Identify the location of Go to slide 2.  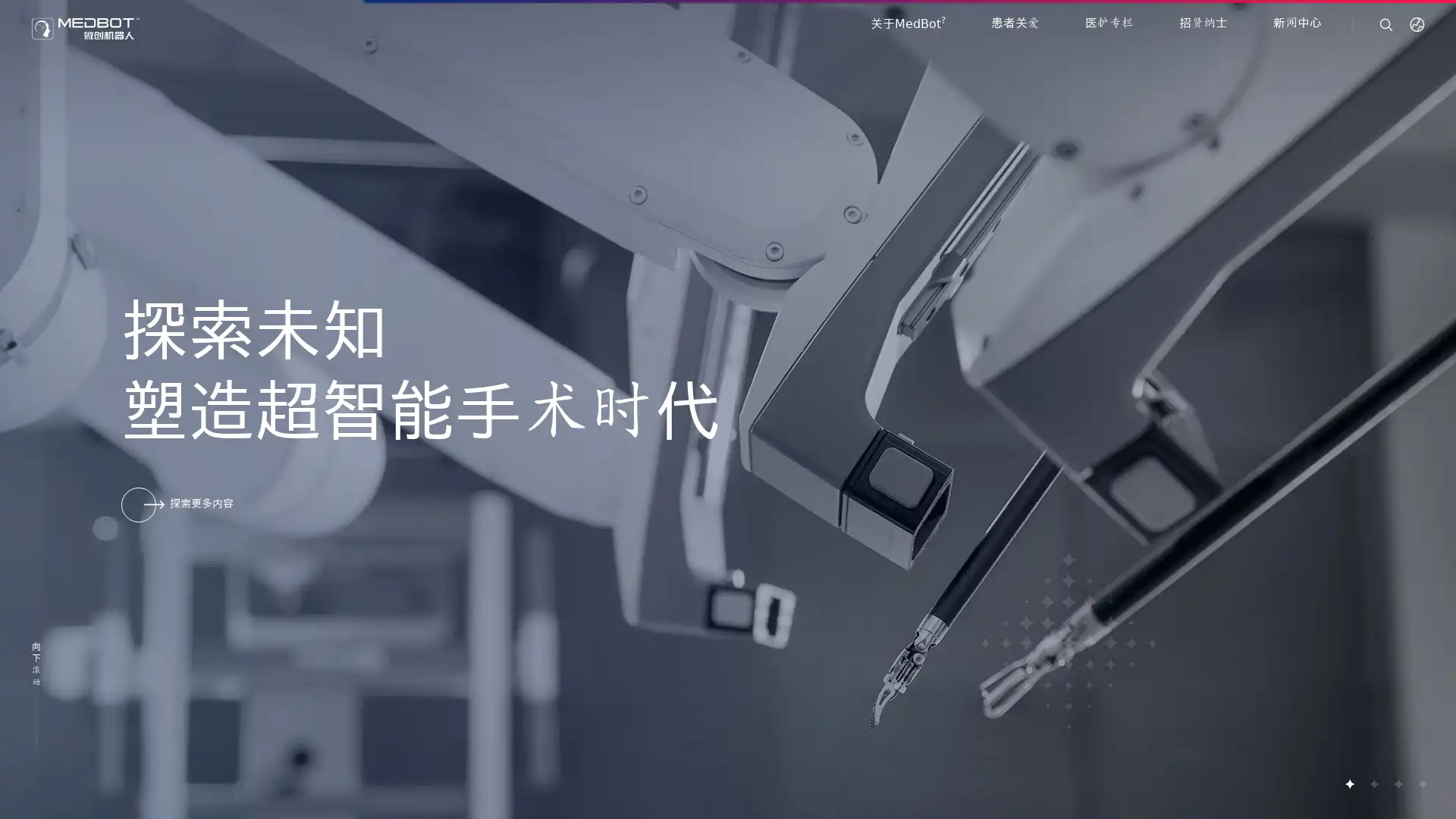
(1373, 783).